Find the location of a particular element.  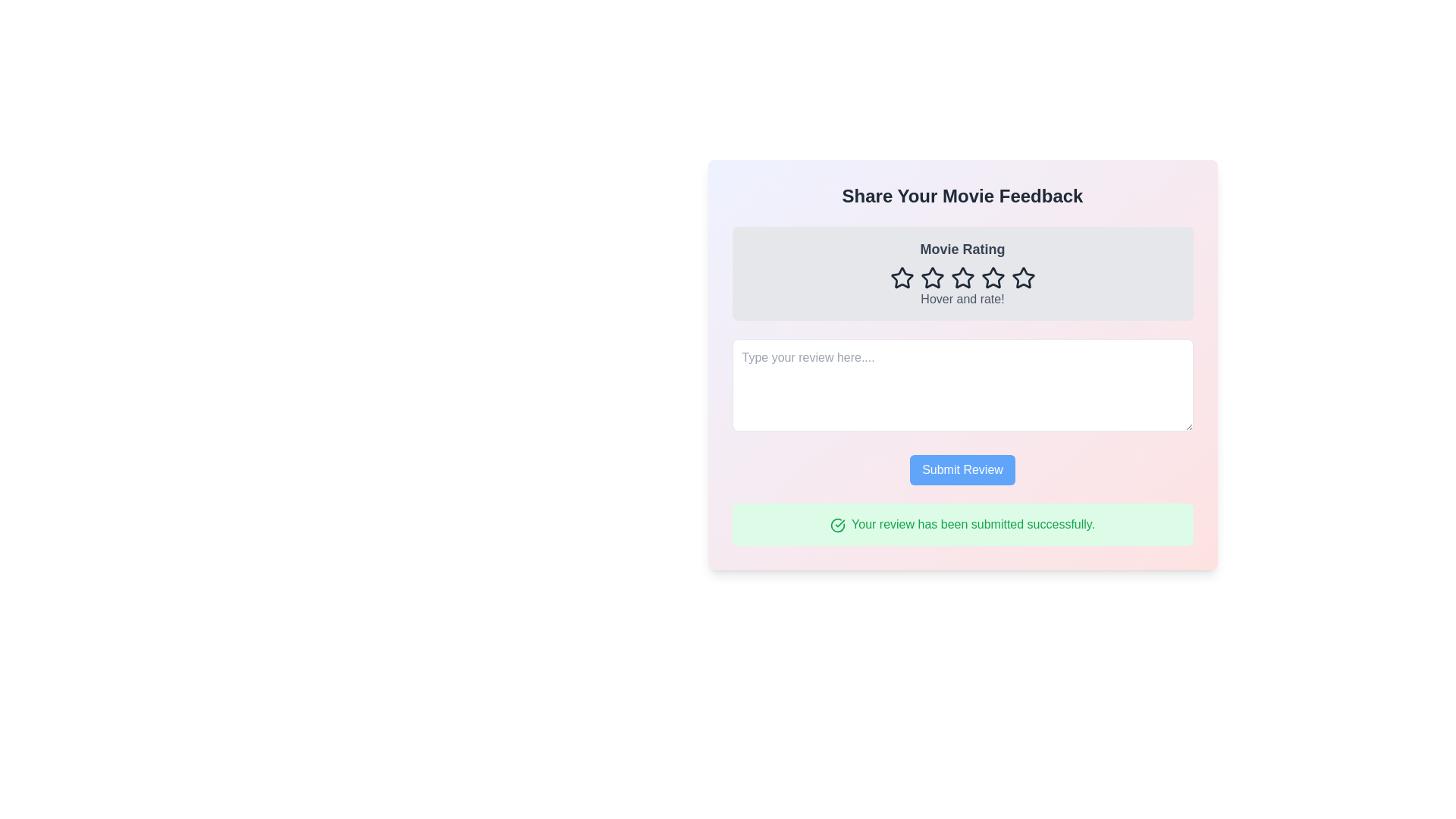

the fifth star icon in the Movie Rating section to give a 5-star rating is located at coordinates (1023, 278).